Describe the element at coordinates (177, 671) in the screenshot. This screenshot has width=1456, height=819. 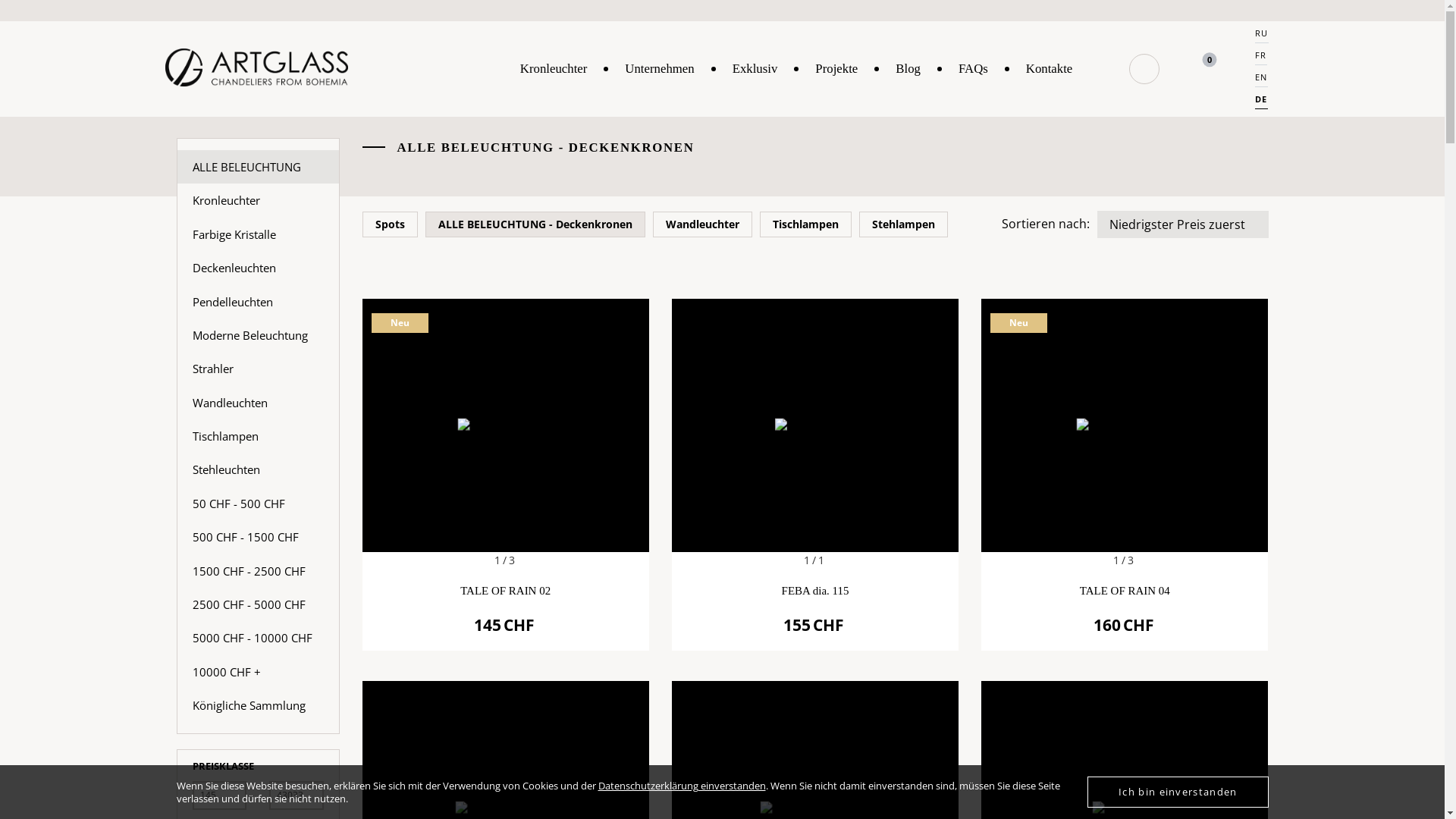
I see `'10000 CHF +'` at that location.